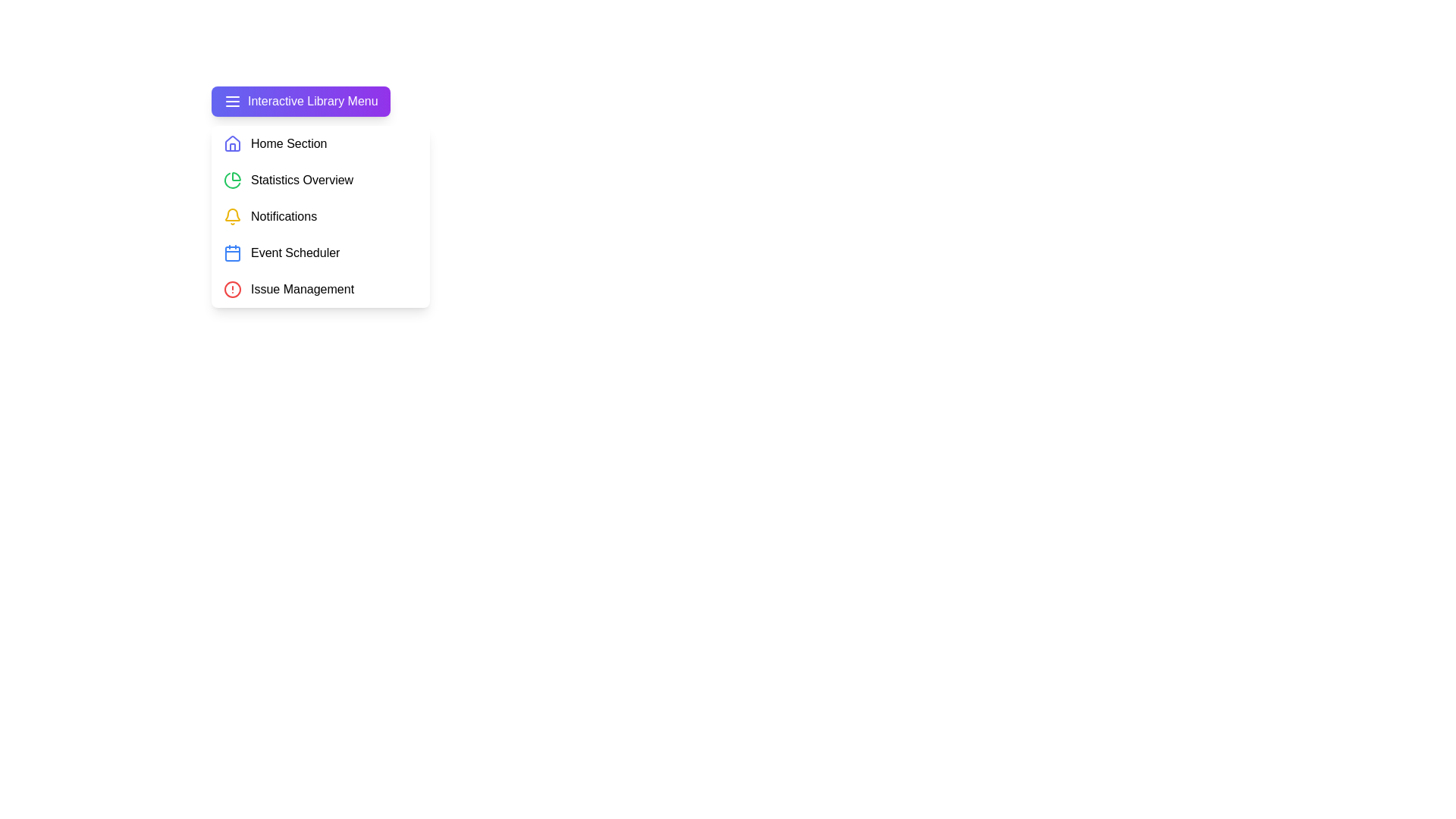  What do you see at coordinates (319, 216) in the screenshot?
I see `the menu item Notifications` at bounding box center [319, 216].